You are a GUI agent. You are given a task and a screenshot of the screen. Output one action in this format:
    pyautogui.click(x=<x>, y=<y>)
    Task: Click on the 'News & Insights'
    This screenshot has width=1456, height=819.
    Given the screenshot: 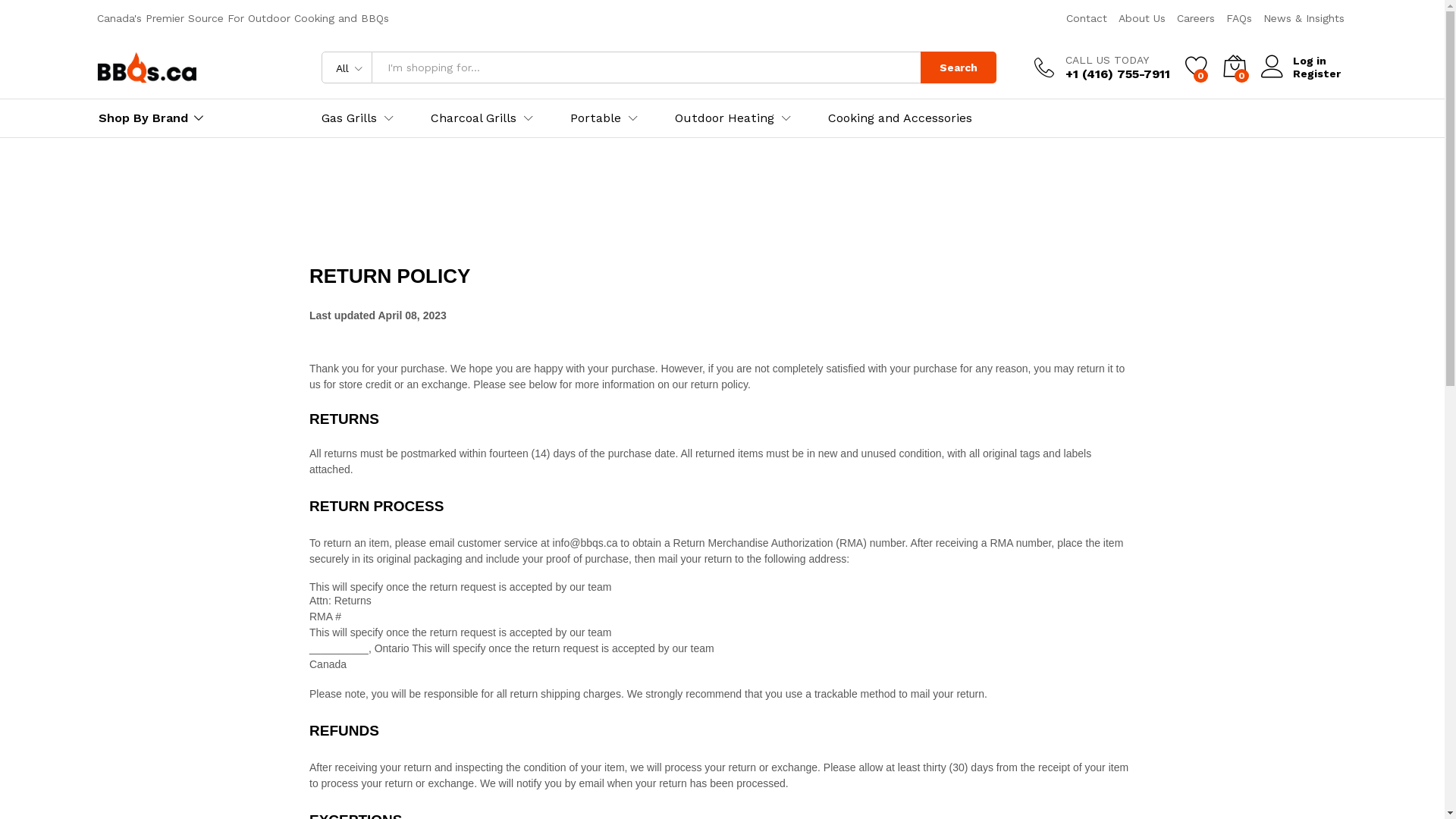 What is the action you would take?
    pyautogui.click(x=1303, y=17)
    